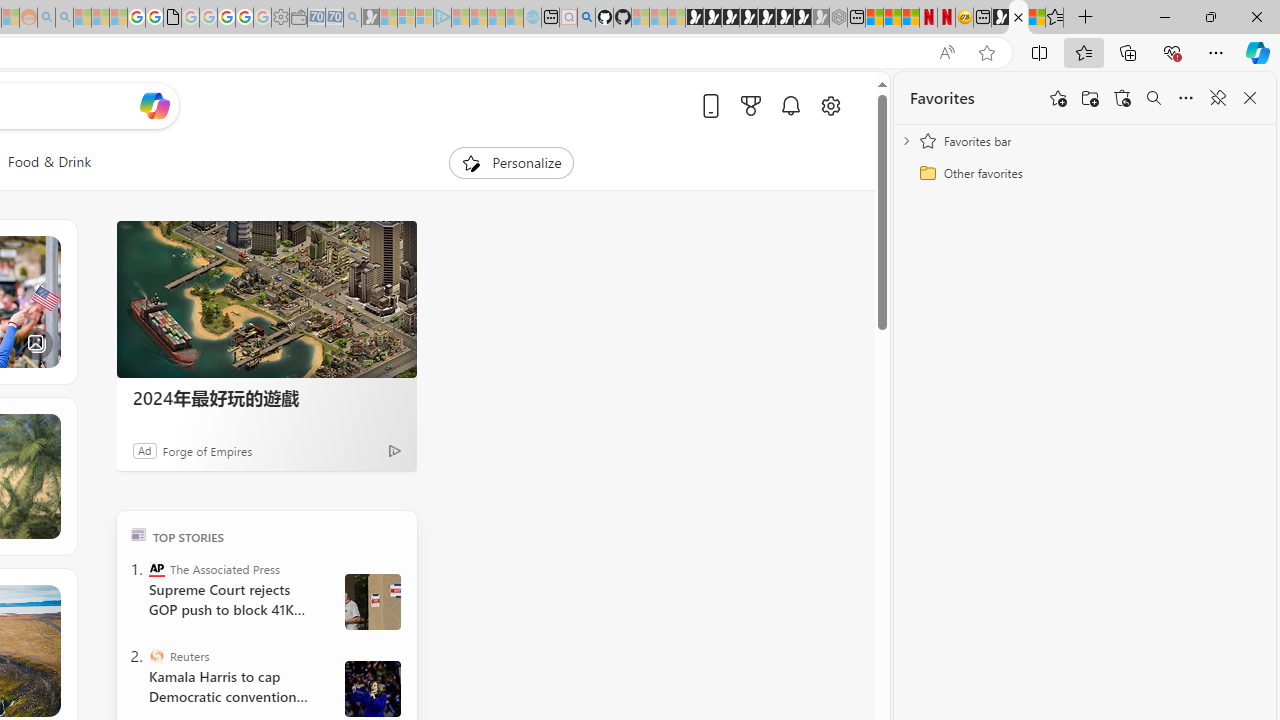 The height and width of the screenshot is (720, 1280). Describe the element at coordinates (830, 105) in the screenshot. I see `'Open settings'` at that location.